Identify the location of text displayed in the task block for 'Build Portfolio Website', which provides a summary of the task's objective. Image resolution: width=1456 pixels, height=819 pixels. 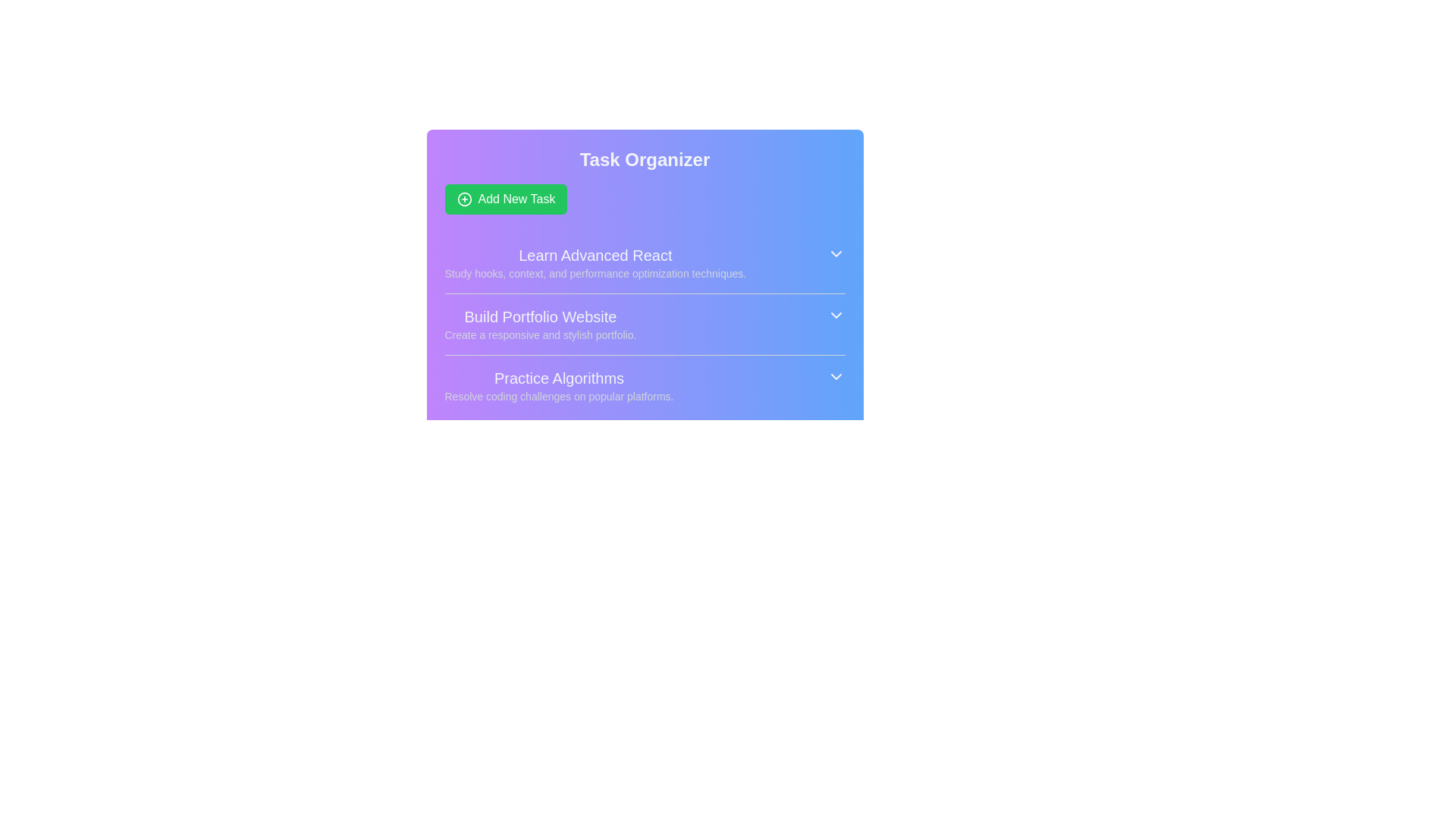
(540, 324).